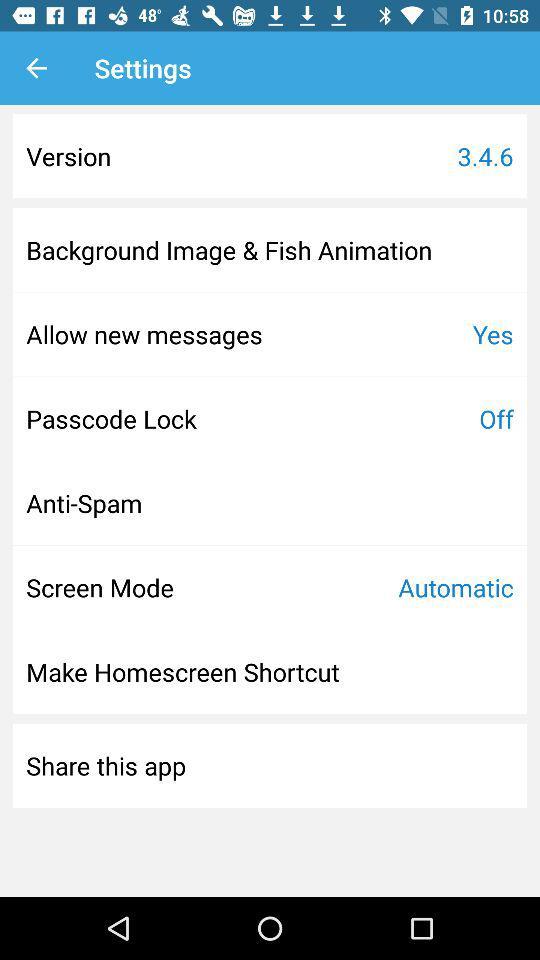  What do you see at coordinates (111, 417) in the screenshot?
I see `icon to the left of the off icon` at bounding box center [111, 417].